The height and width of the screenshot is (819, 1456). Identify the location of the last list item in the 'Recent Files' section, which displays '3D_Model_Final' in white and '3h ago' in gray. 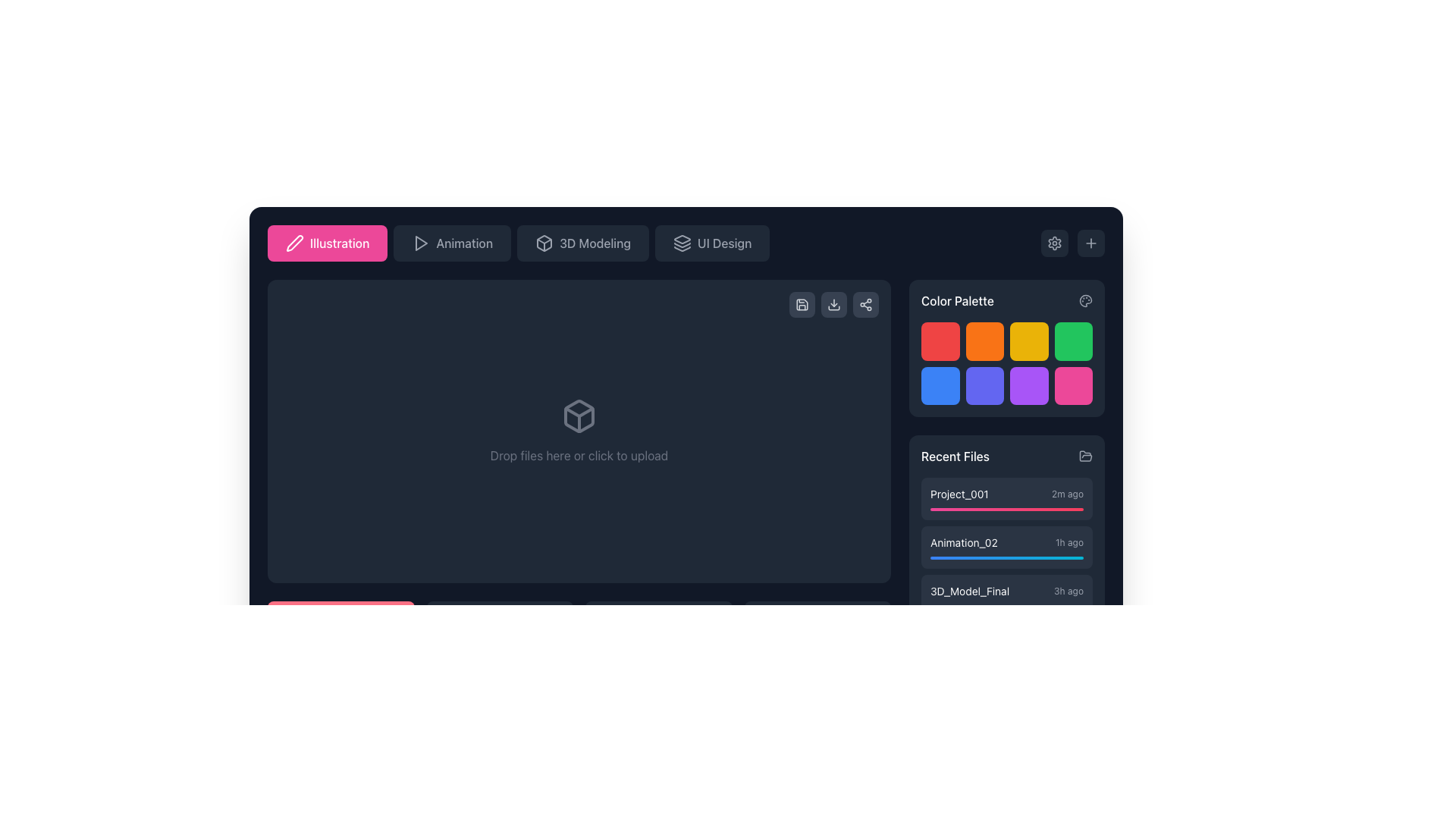
(1007, 590).